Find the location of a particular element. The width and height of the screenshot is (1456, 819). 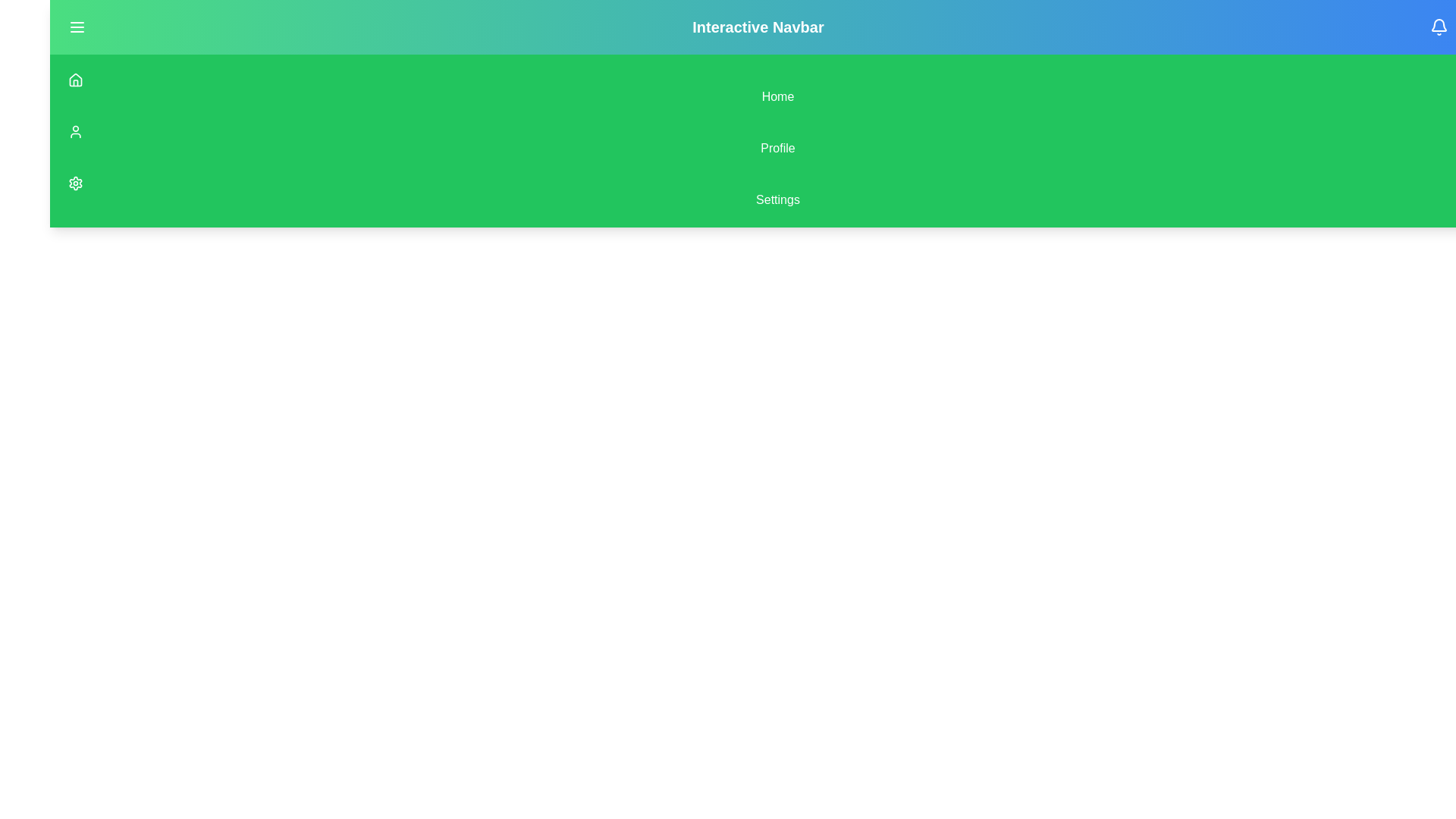

the bell-shaped icon button located at the top right corner of the interface is located at coordinates (1438, 27).